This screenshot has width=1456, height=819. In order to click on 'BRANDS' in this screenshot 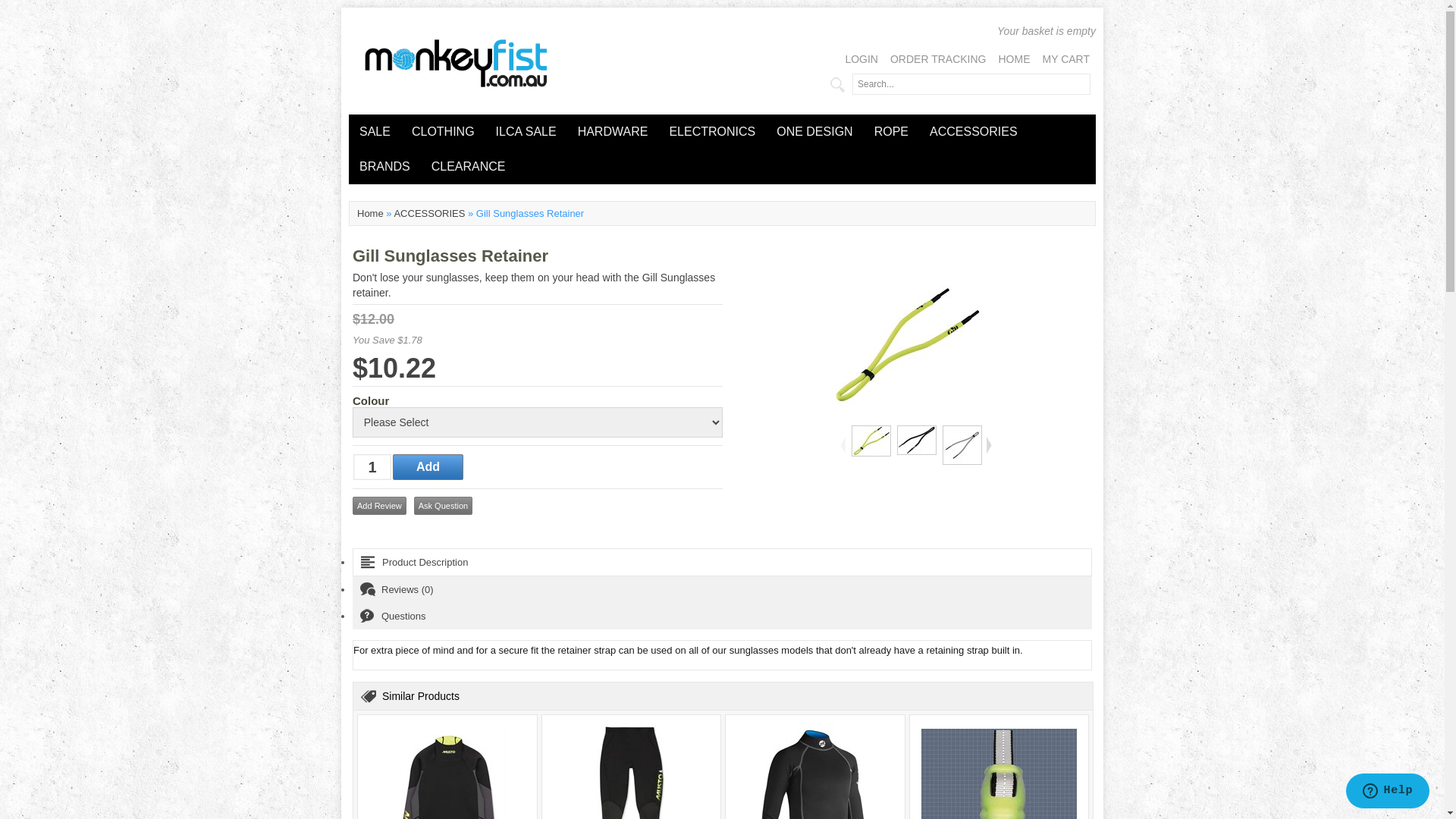, I will do `click(384, 166)`.